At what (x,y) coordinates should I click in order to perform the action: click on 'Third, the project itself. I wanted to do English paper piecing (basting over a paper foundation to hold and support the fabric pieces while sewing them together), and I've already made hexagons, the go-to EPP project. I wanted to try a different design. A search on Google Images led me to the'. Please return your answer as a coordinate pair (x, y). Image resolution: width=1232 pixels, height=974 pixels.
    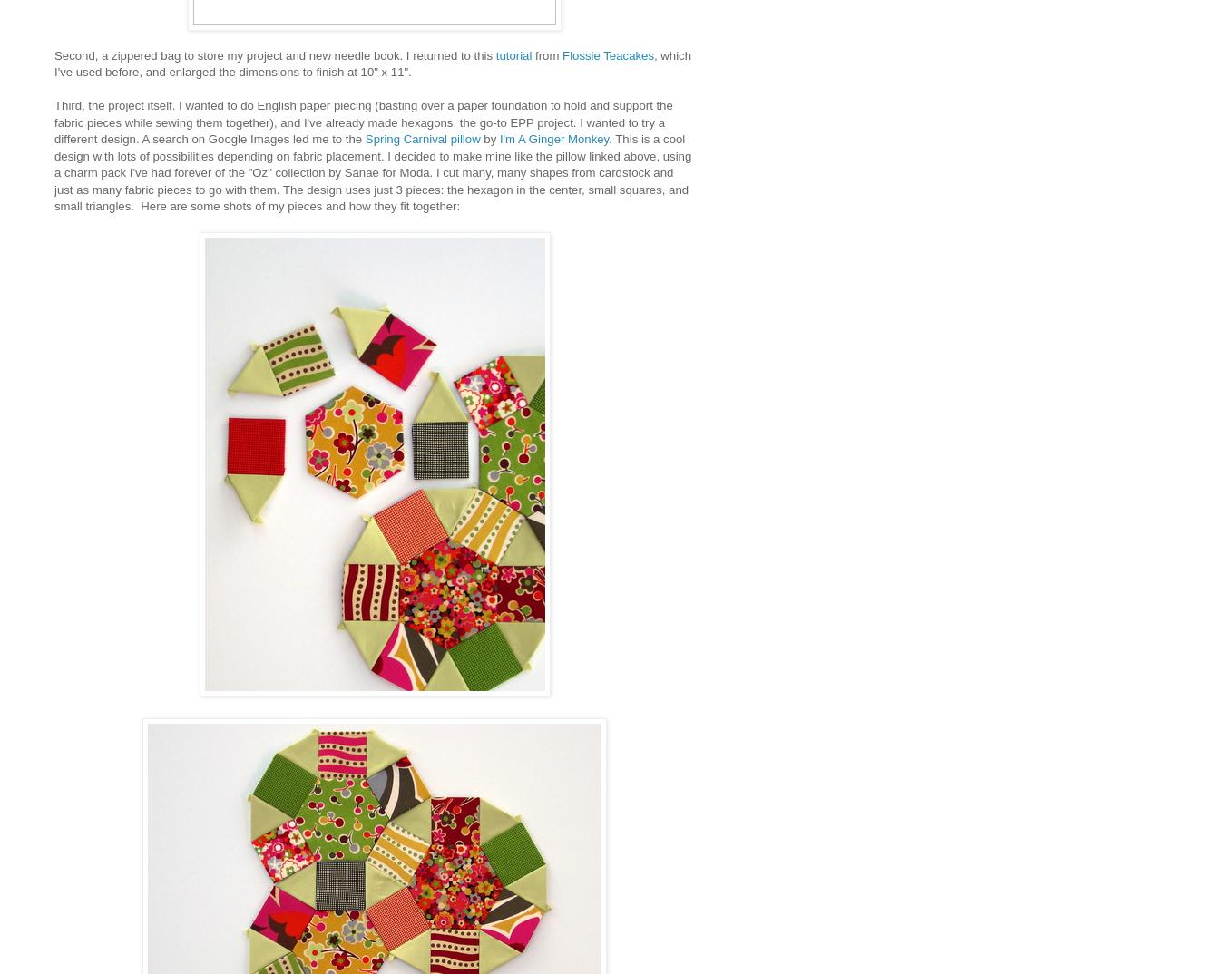
    Looking at the image, I should click on (362, 122).